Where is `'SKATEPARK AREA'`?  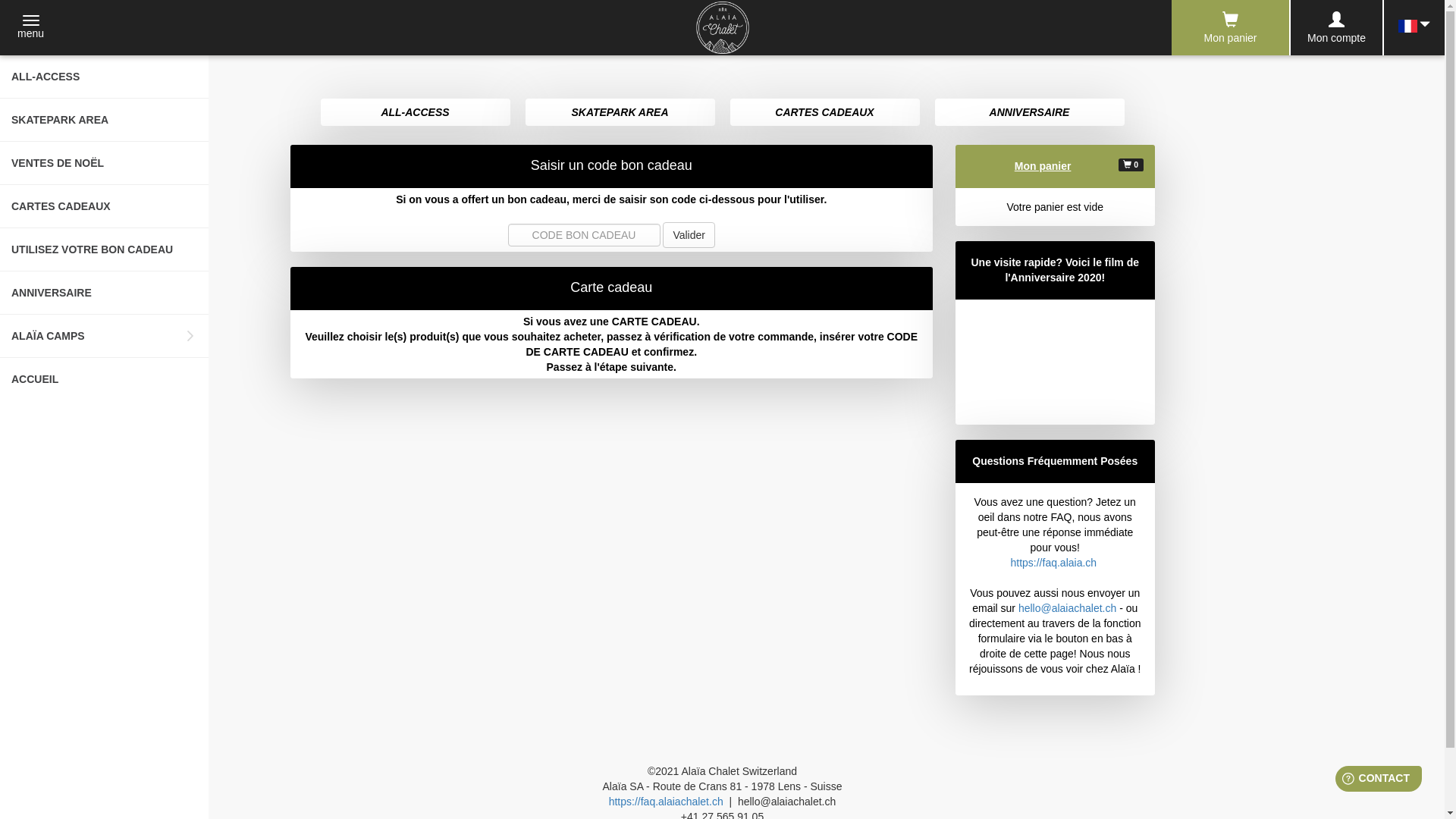
'SKATEPARK AREA' is located at coordinates (619, 111).